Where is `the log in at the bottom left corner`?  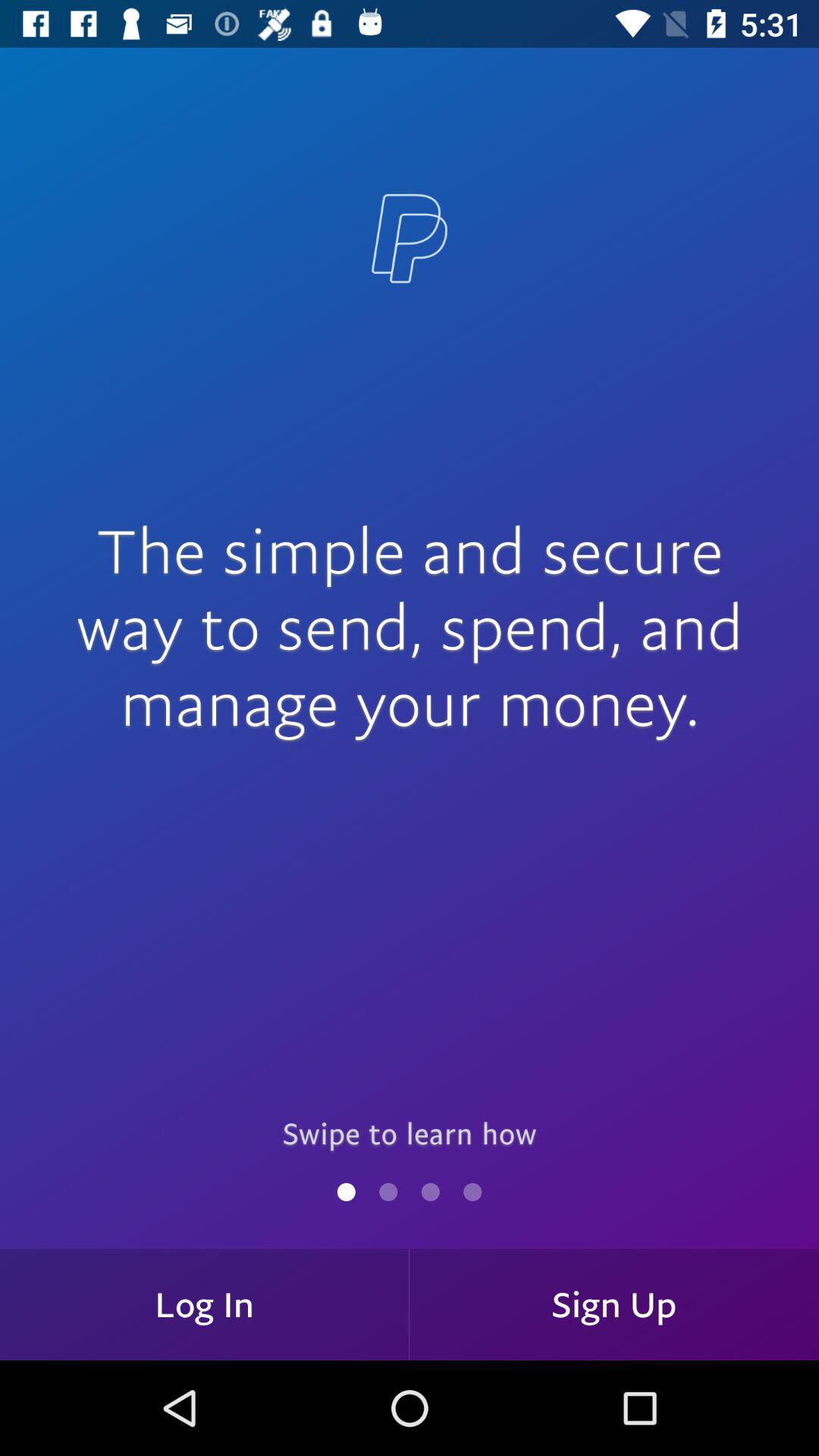
the log in at the bottom left corner is located at coordinates (203, 1304).